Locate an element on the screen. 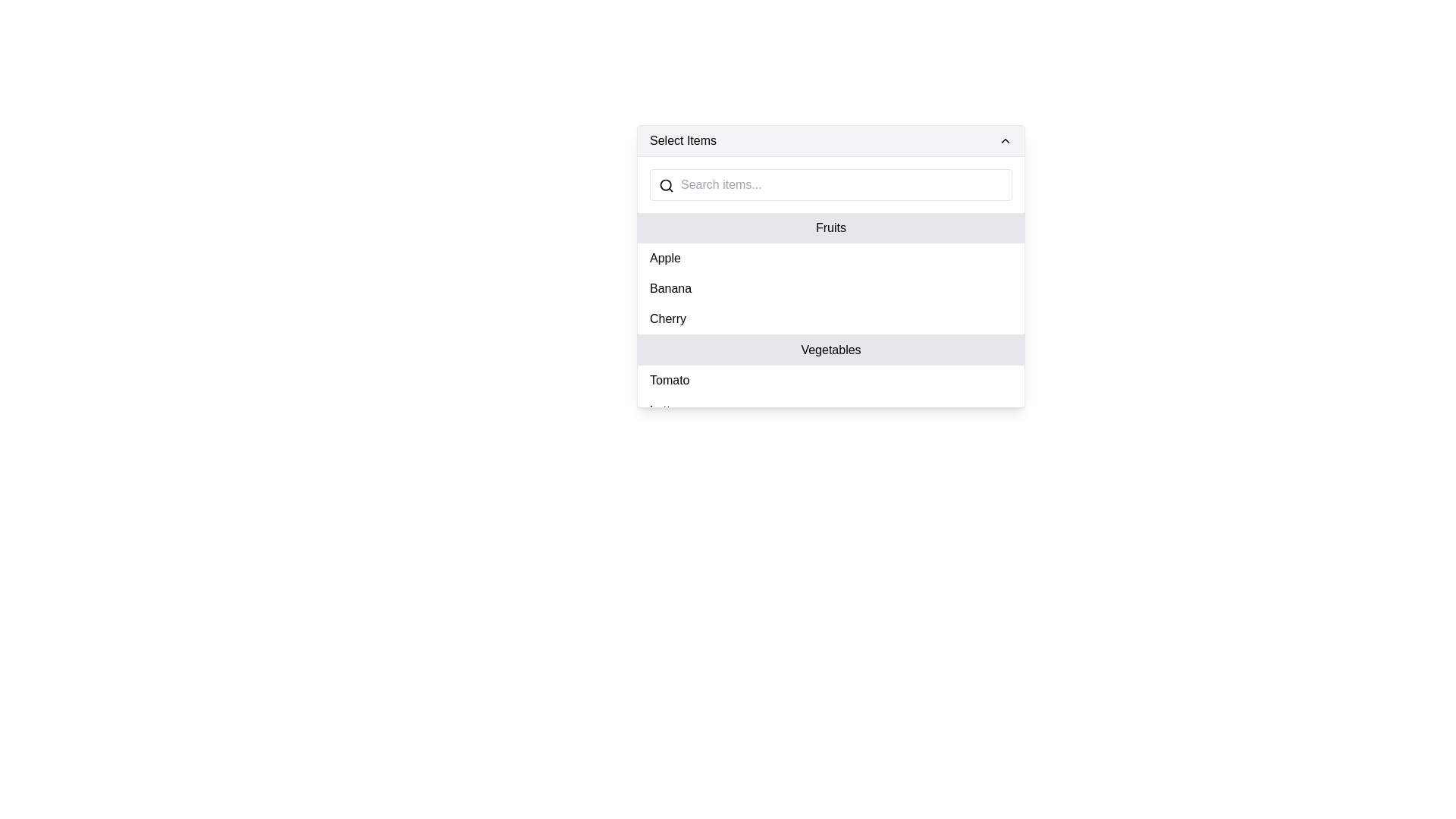  to select the list item labeled 'Banana' in the dropdown menu under the 'Fruits' category is located at coordinates (670, 289).